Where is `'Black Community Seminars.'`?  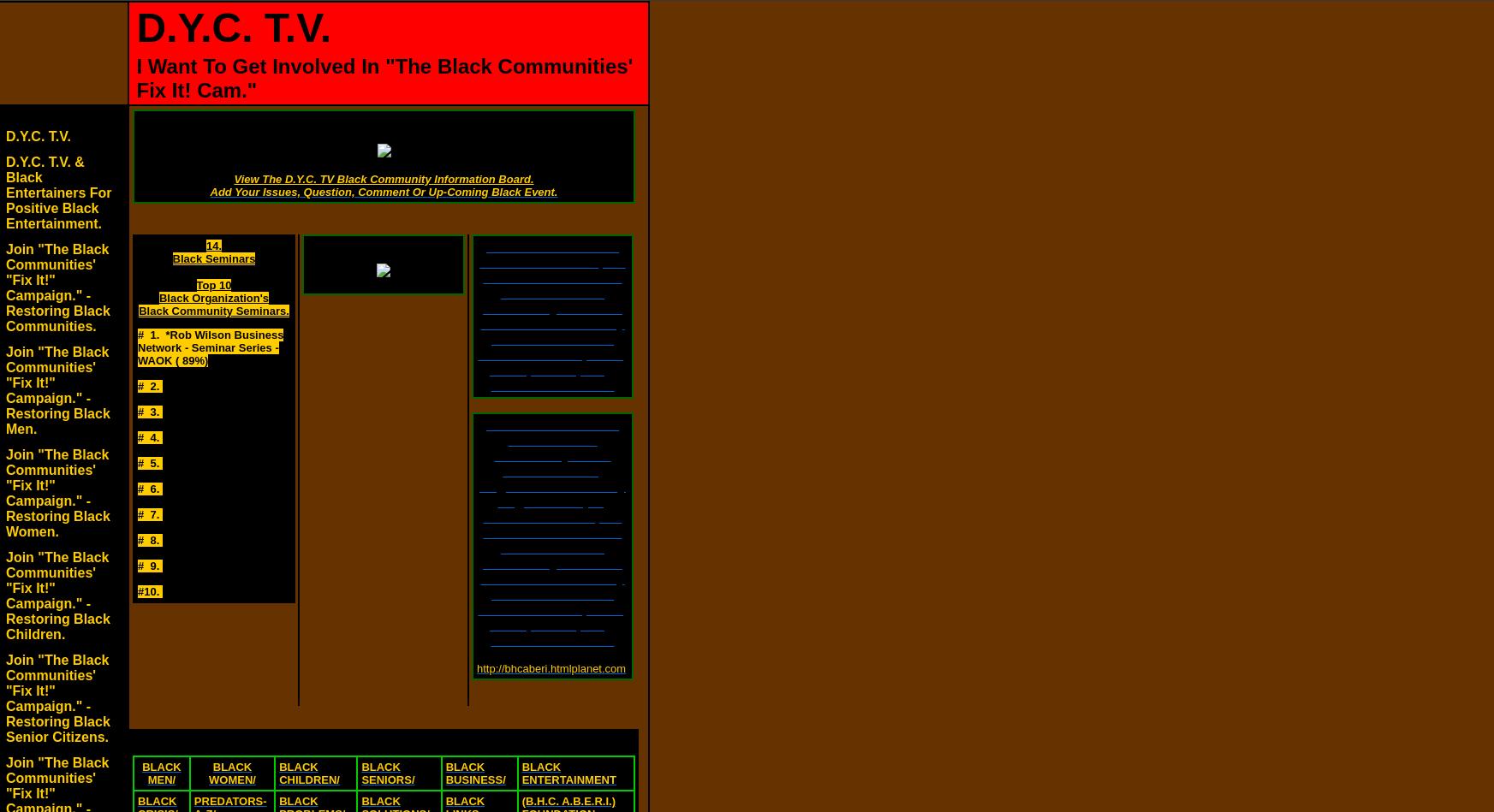
'Black Community Seminars.' is located at coordinates (138, 311).